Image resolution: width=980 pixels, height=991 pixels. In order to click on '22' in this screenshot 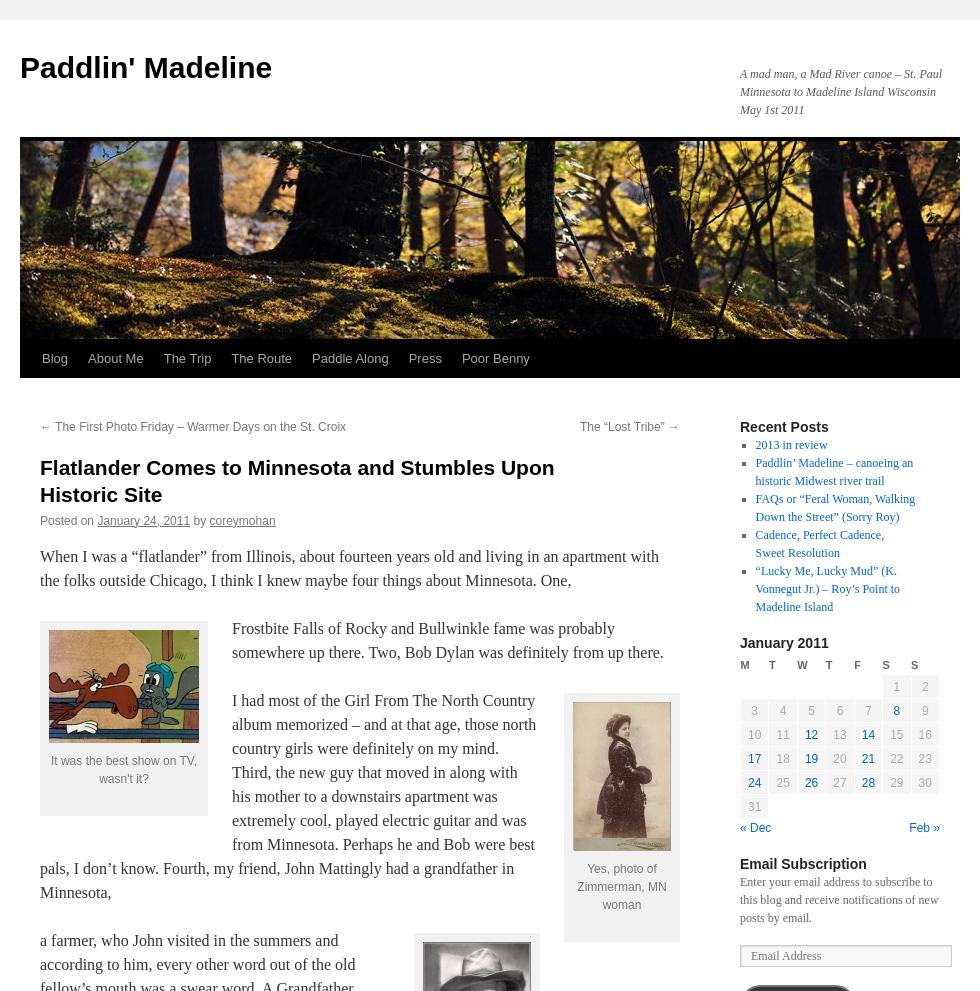, I will do `click(896, 758)`.